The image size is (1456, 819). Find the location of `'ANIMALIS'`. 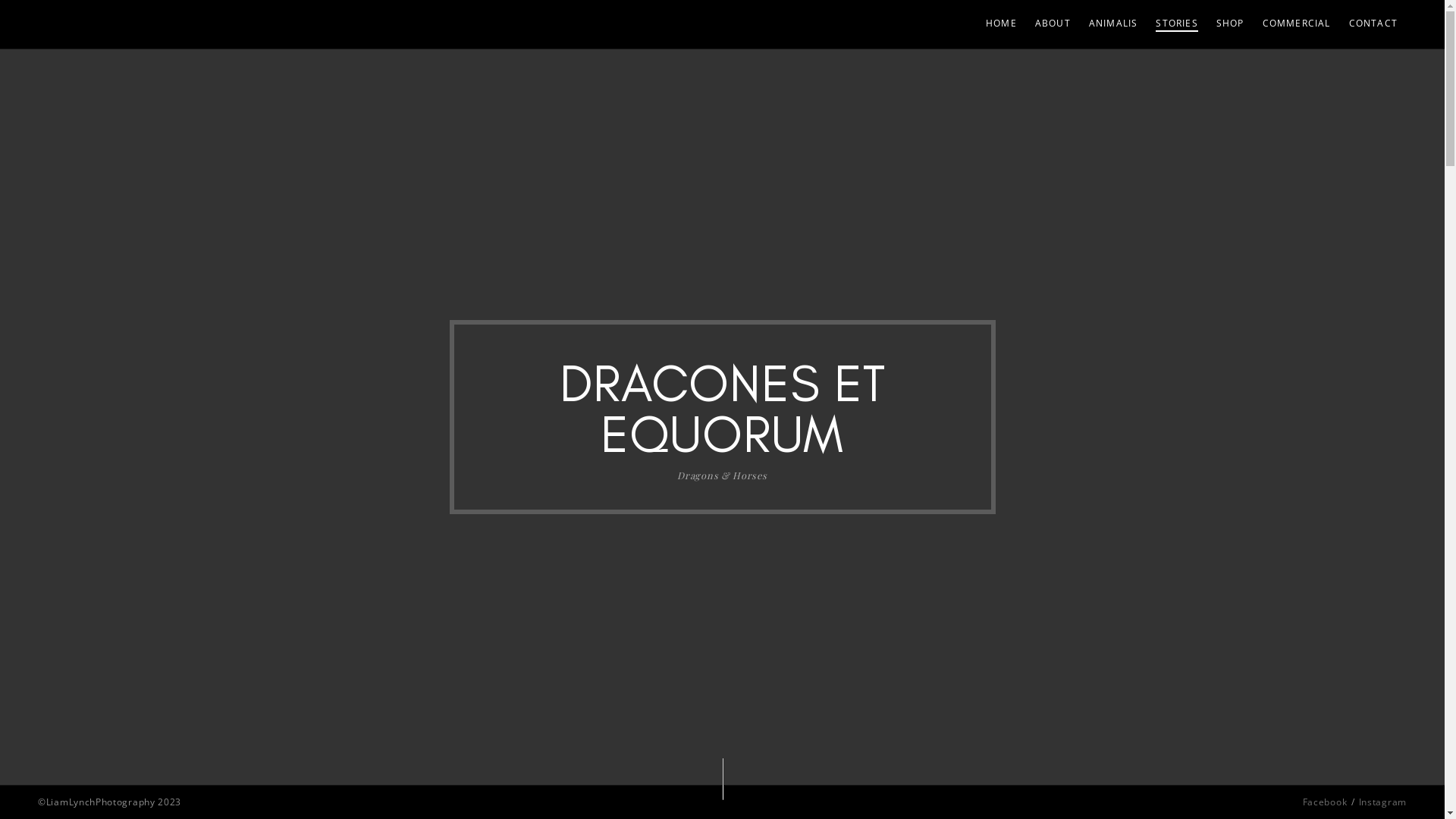

'ANIMALIS' is located at coordinates (1113, 24).